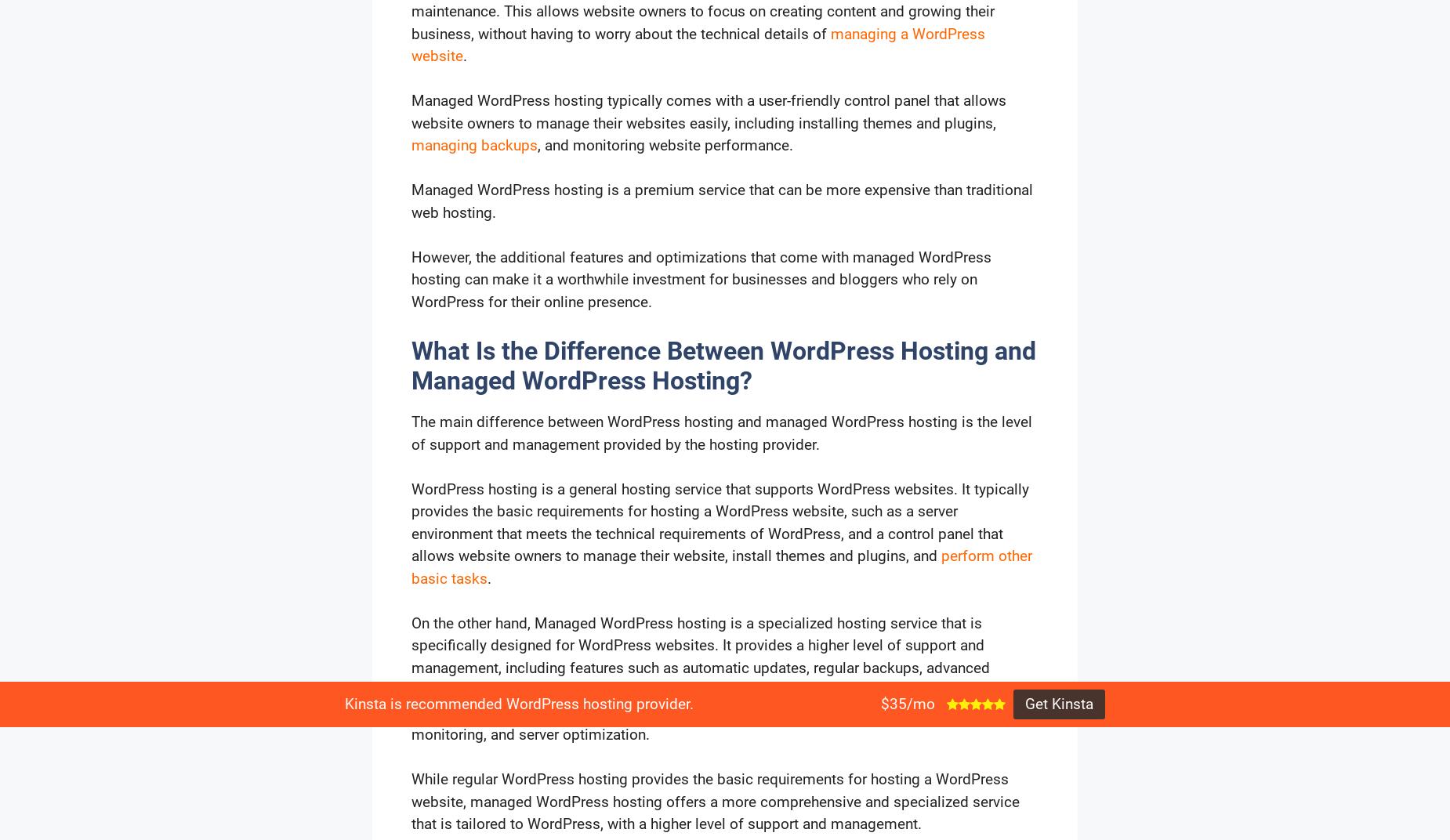 The width and height of the screenshot is (1450, 840). I want to click on 'perform other basic tasks', so click(721, 566).